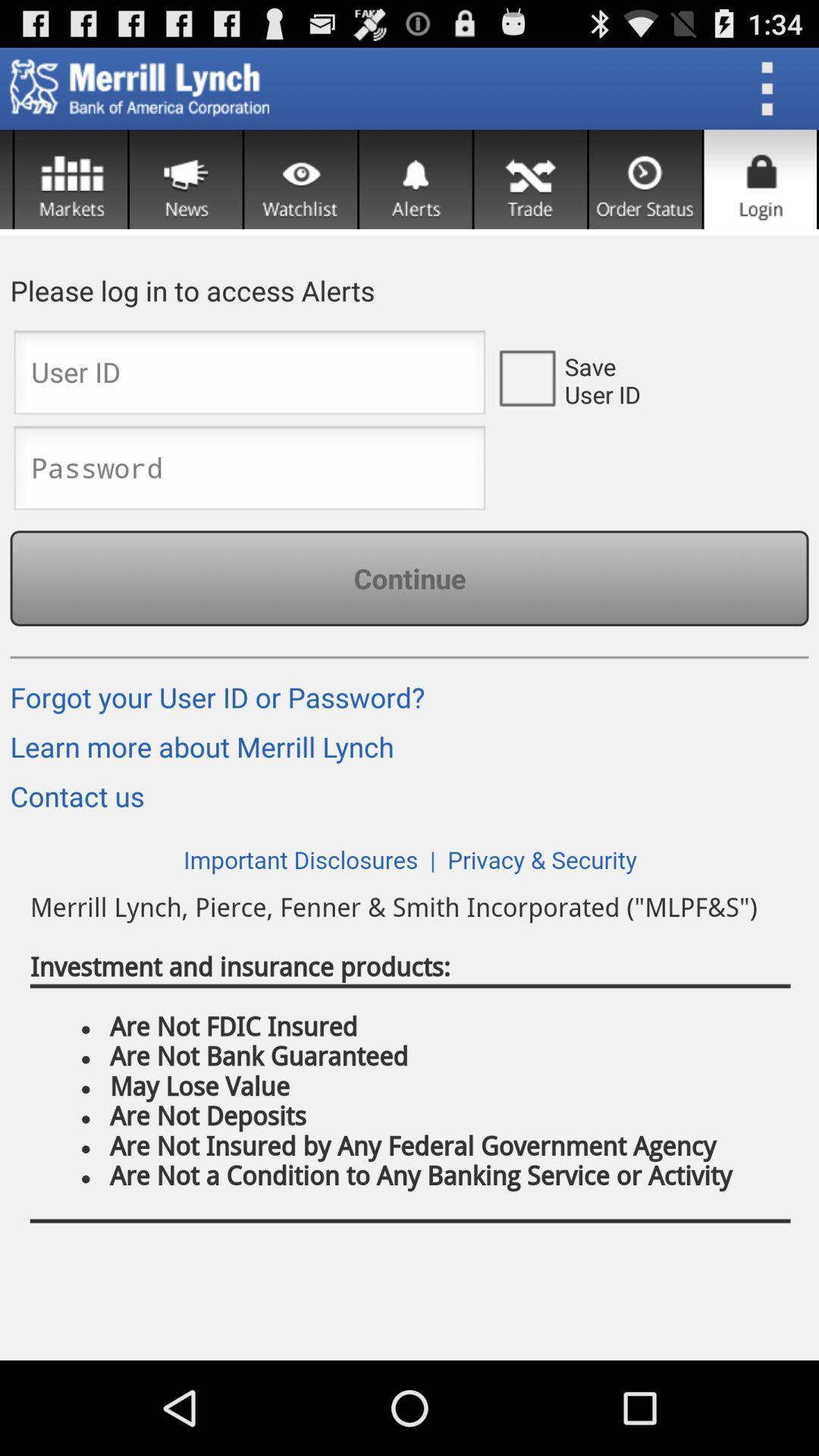  What do you see at coordinates (416, 179) in the screenshot?
I see `bell button` at bounding box center [416, 179].